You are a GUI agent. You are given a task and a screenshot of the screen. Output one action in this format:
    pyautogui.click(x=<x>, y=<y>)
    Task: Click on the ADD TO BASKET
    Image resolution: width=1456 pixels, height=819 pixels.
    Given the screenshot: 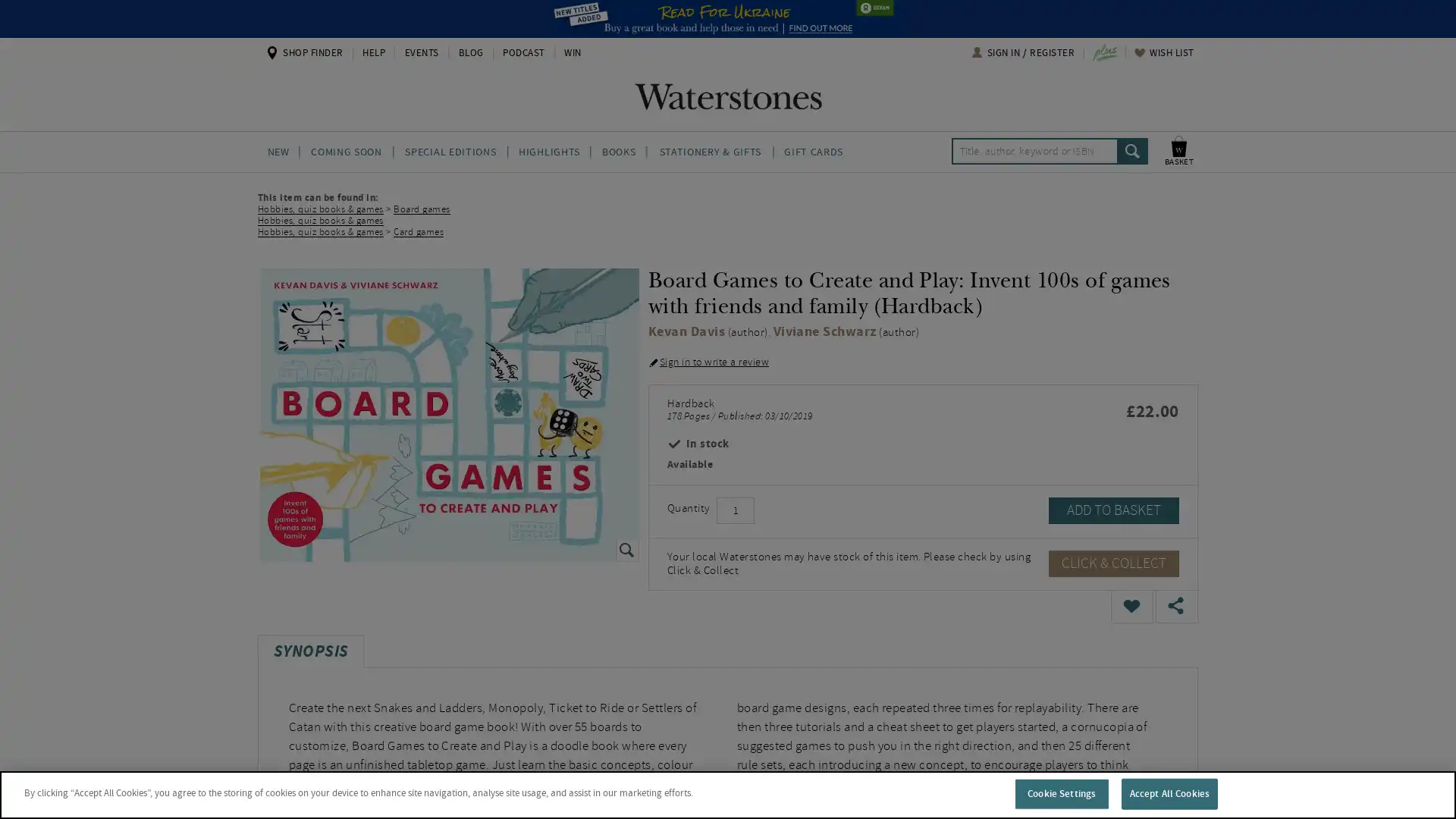 What is the action you would take?
    pyautogui.click(x=1113, y=510)
    